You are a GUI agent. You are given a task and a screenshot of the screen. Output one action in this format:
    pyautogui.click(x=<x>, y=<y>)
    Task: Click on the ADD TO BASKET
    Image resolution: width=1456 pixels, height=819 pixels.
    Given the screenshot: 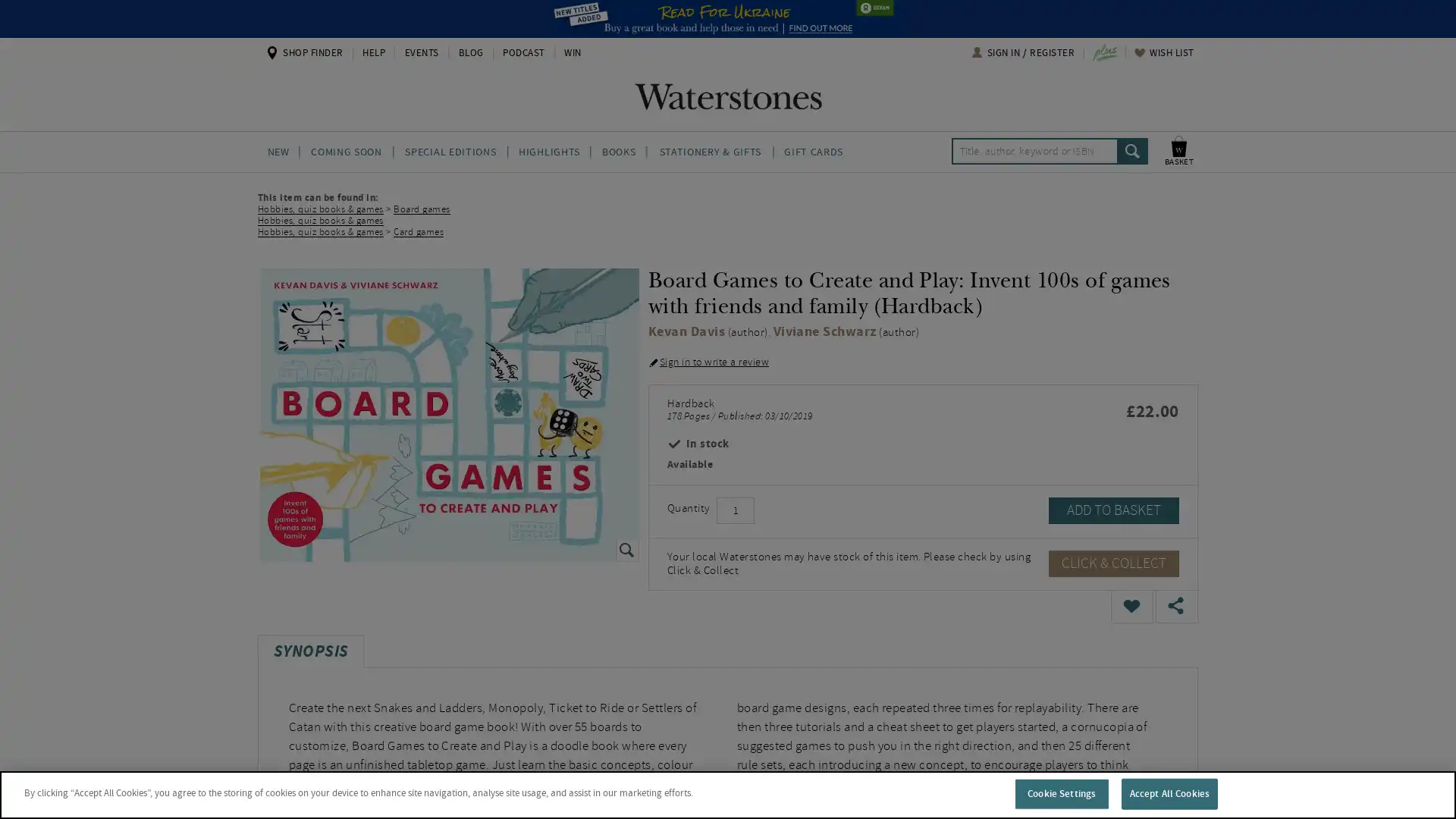 What is the action you would take?
    pyautogui.click(x=1113, y=510)
    